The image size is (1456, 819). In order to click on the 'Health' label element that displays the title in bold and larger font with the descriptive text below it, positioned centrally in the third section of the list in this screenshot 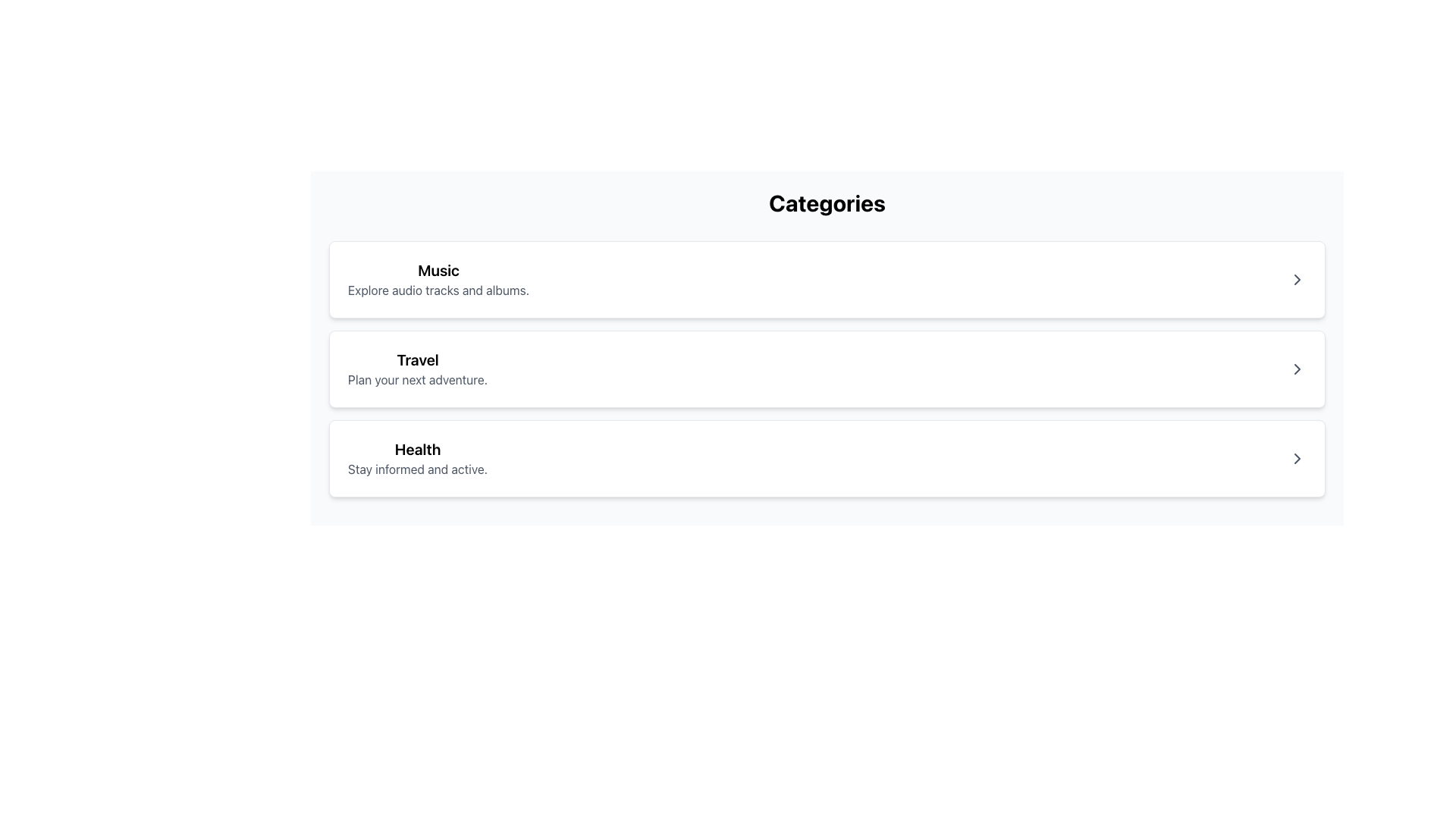, I will do `click(418, 458)`.